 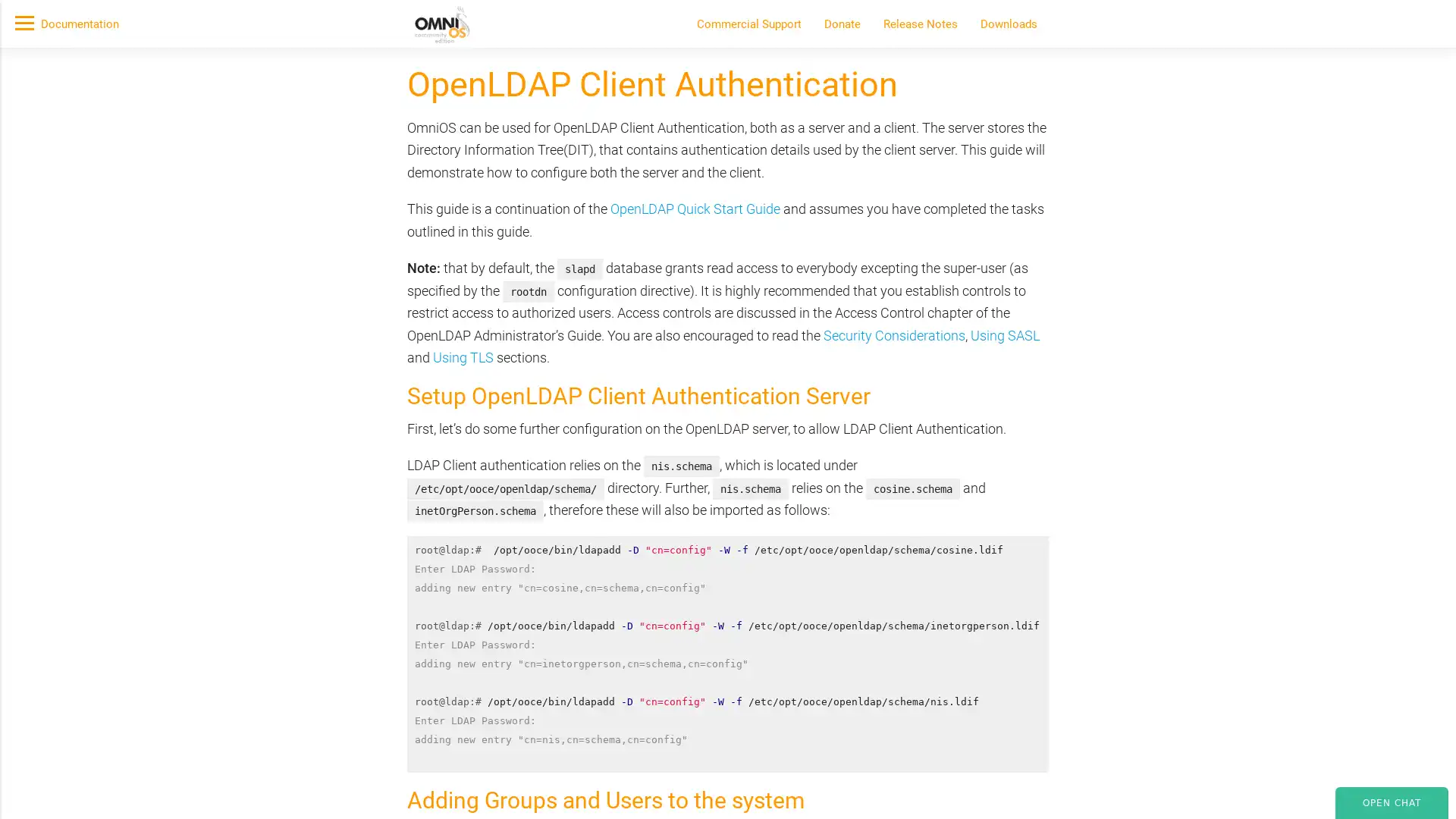 I want to click on SUBSCRIBE NOW!, so click(x=416, y=171).